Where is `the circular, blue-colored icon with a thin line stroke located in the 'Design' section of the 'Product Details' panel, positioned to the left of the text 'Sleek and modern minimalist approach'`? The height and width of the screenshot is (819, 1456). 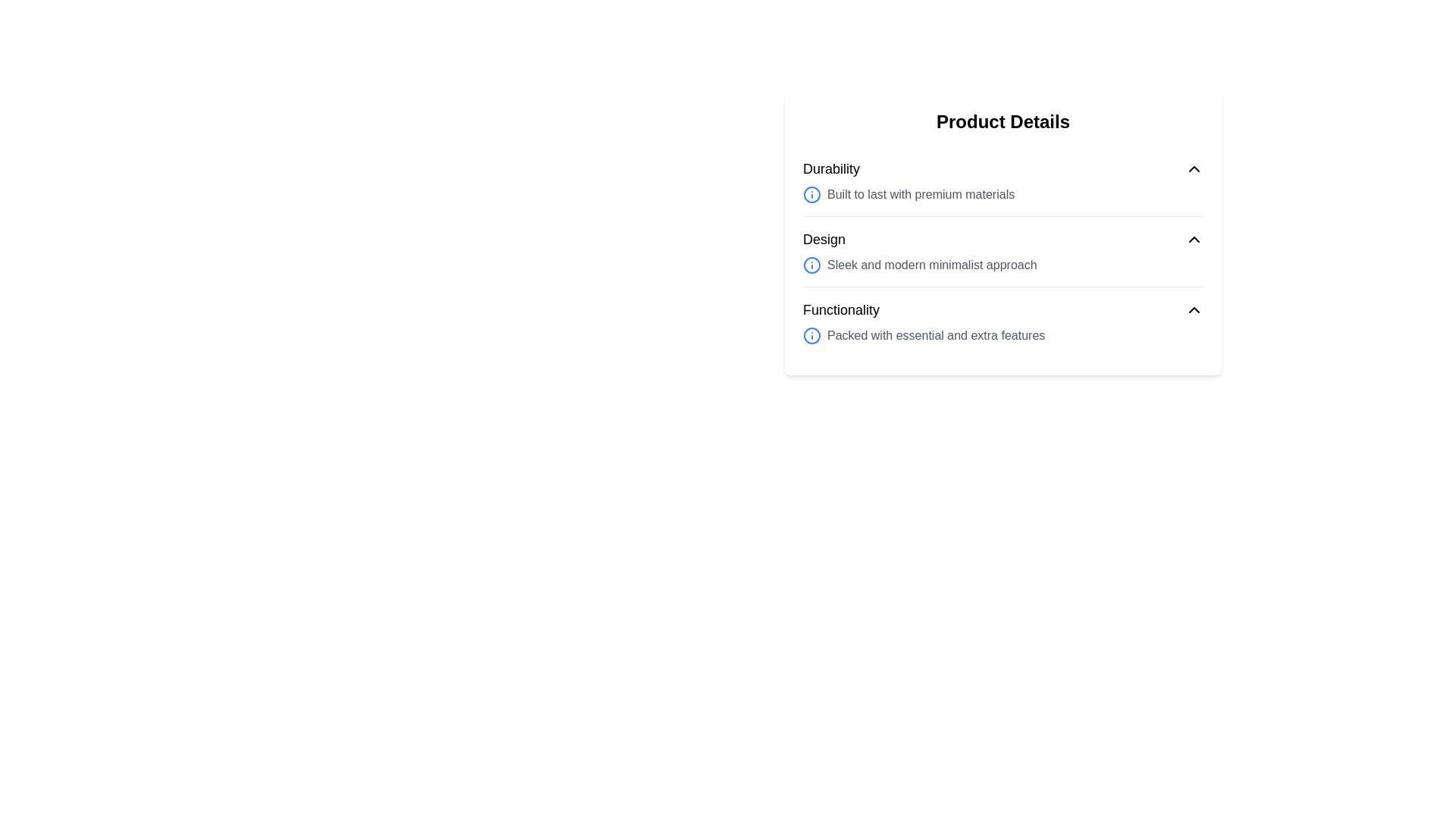
the circular, blue-colored icon with a thin line stroke located in the 'Design' section of the 'Product Details' panel, positioned to the left of the text 'Sleek and modern minimalist approach' is located at coordinates (811, 265).